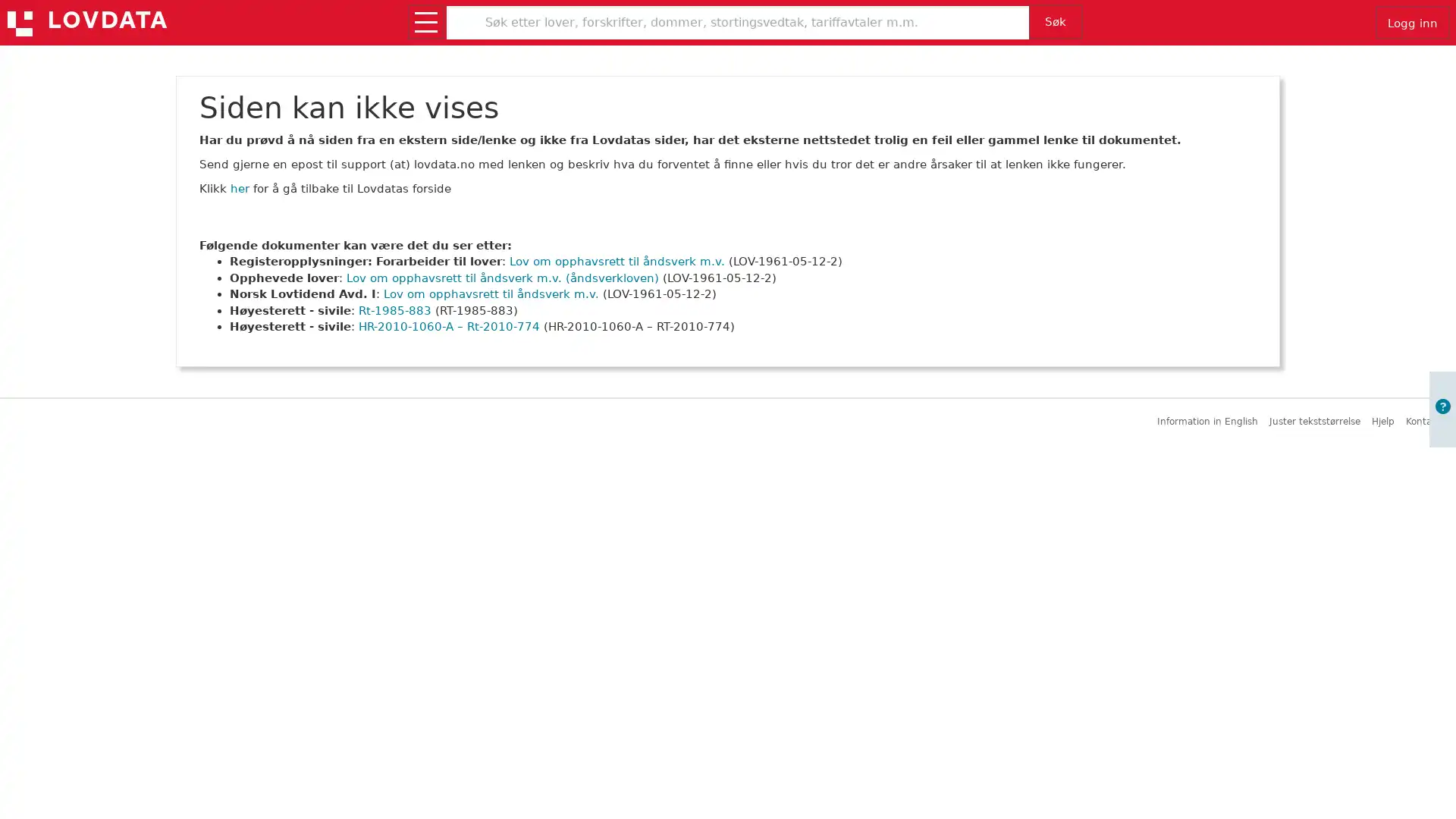 This screenshot has width=1456, height=819. I want to click on Sk, so click(1054, 22).